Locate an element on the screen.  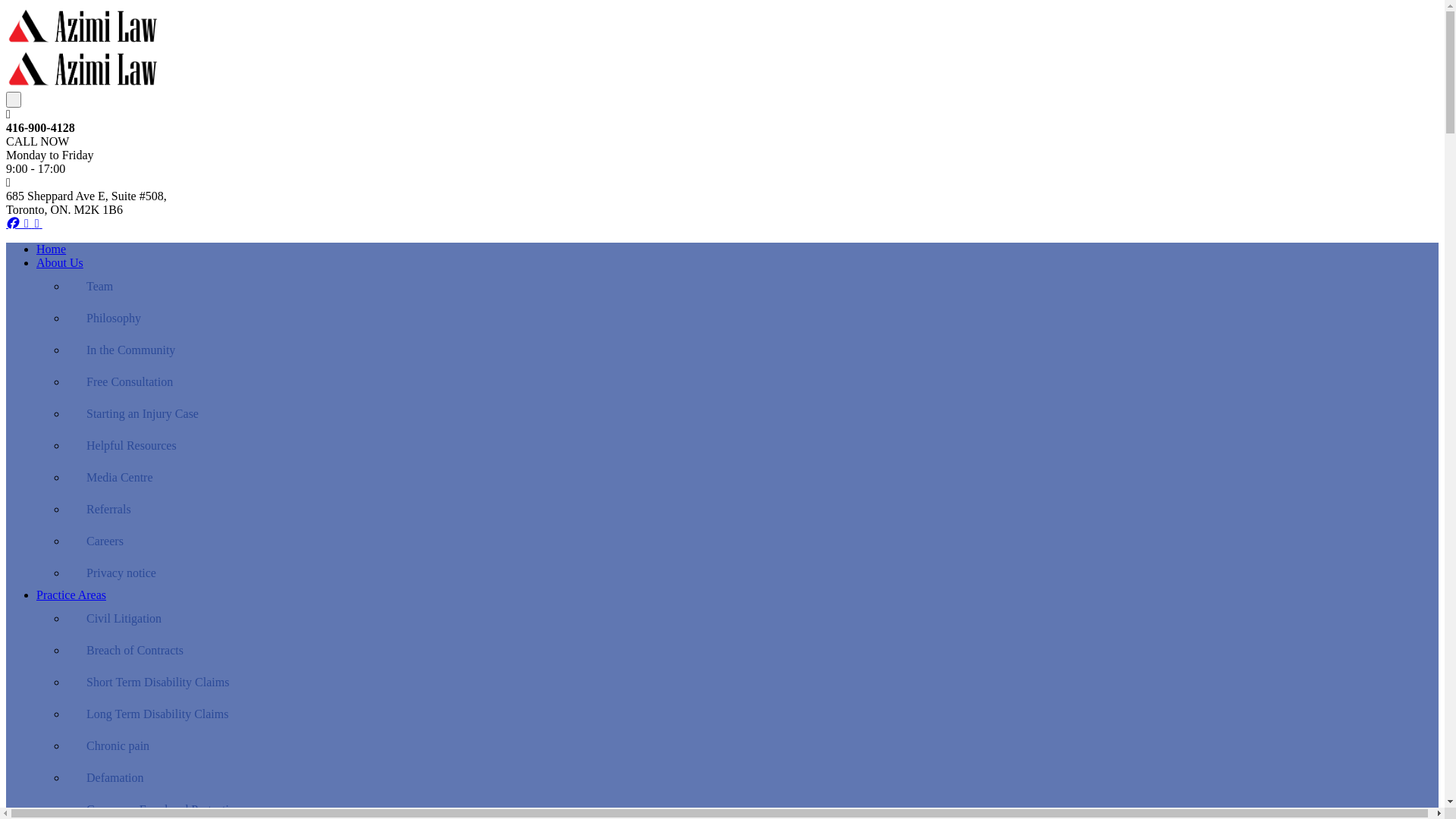
'Practice Areas' is located at coordinates (71, 594).